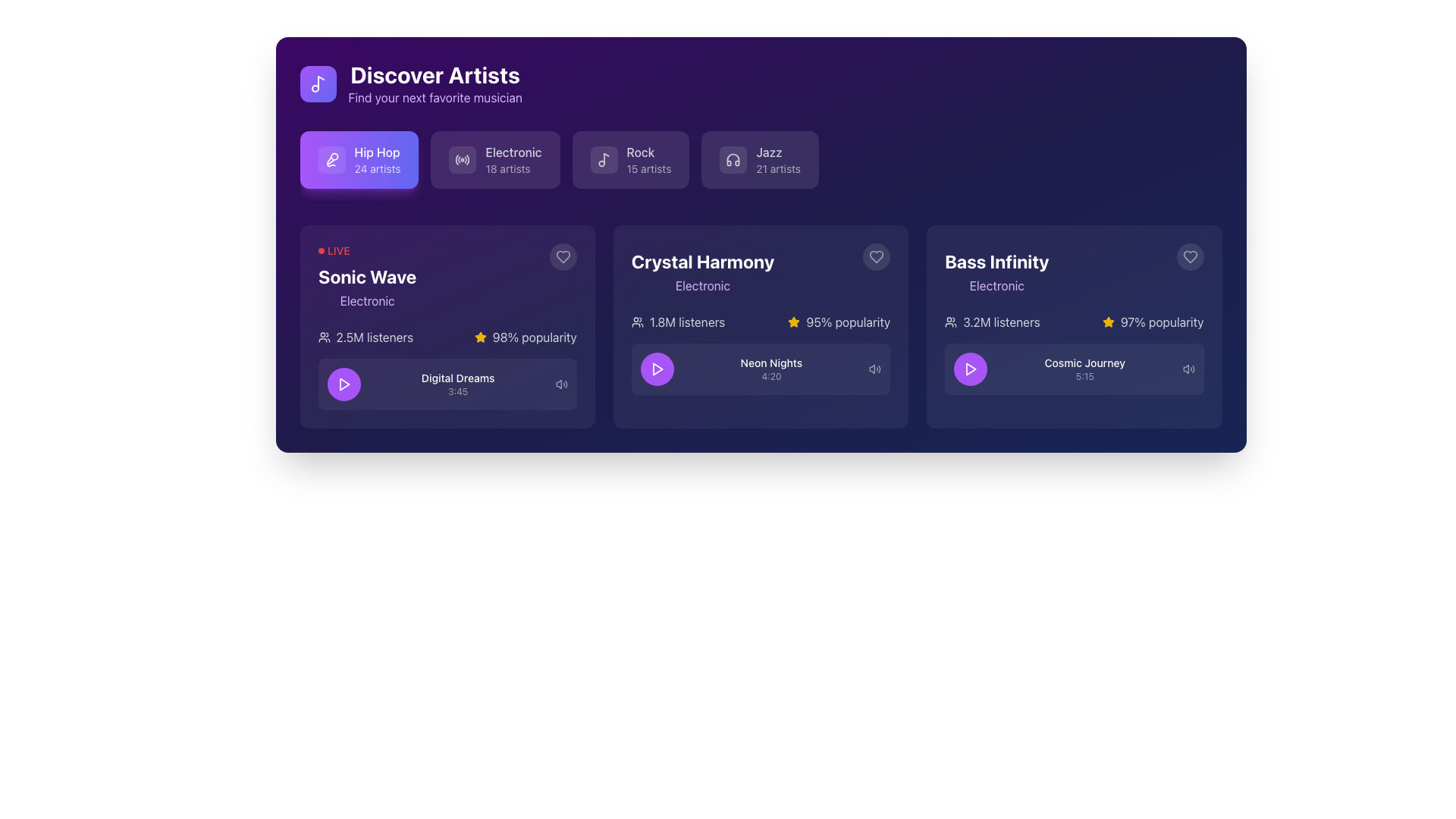  What do you see at coordinates (513, 160) in the screenshot?
I see `the 'Electronic' music genre label, which displays '18 artists', located in the middle section of a row of genre categories under the 'Discover Artists' header` at bounding box center [513, 160].